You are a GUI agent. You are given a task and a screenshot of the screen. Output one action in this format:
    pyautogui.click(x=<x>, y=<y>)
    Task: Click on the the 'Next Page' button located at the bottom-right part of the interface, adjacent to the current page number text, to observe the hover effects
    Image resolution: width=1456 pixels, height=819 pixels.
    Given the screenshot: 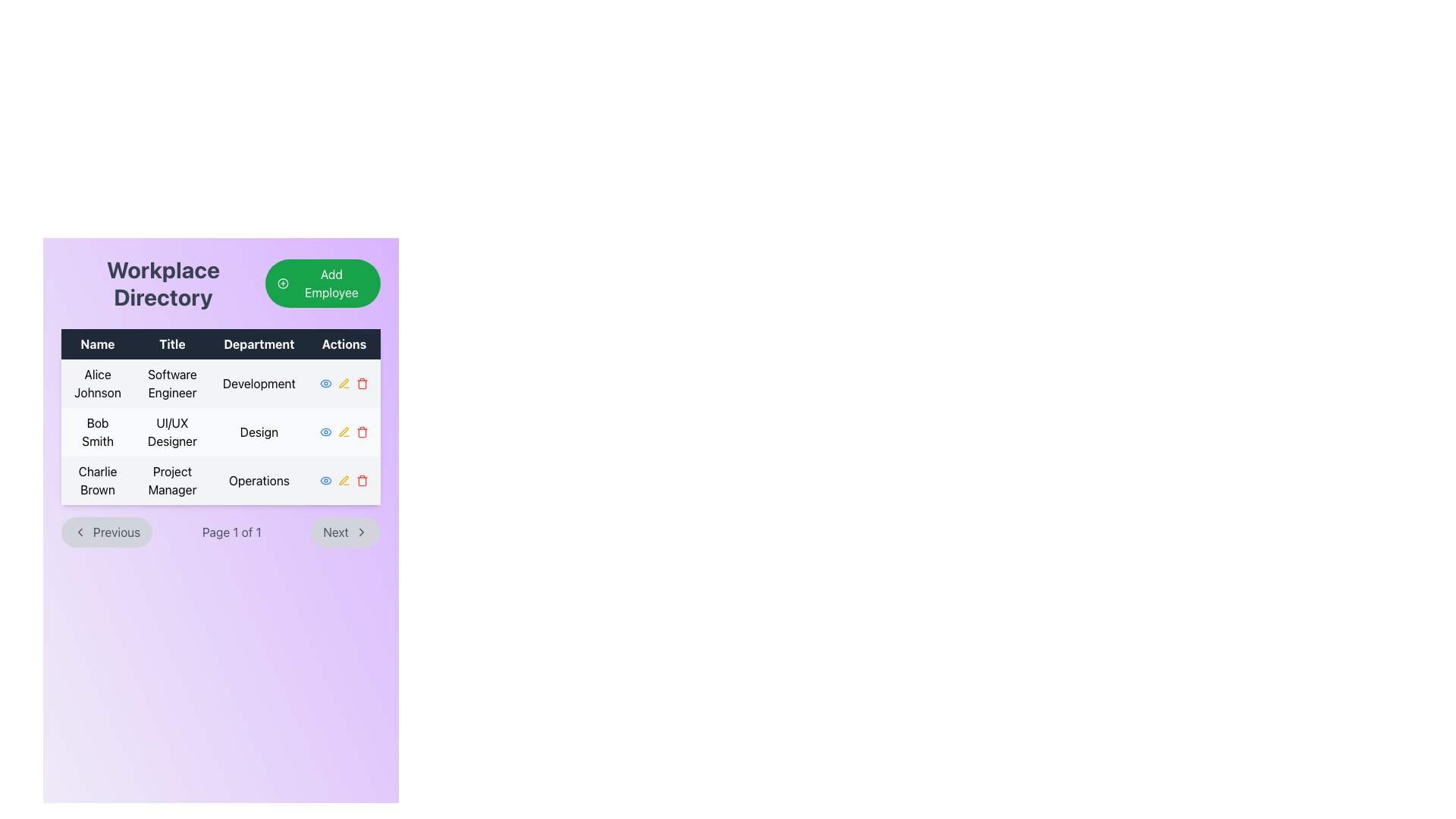 What is the action you would take?
    pyautogui.click(x=345, y=532)
    